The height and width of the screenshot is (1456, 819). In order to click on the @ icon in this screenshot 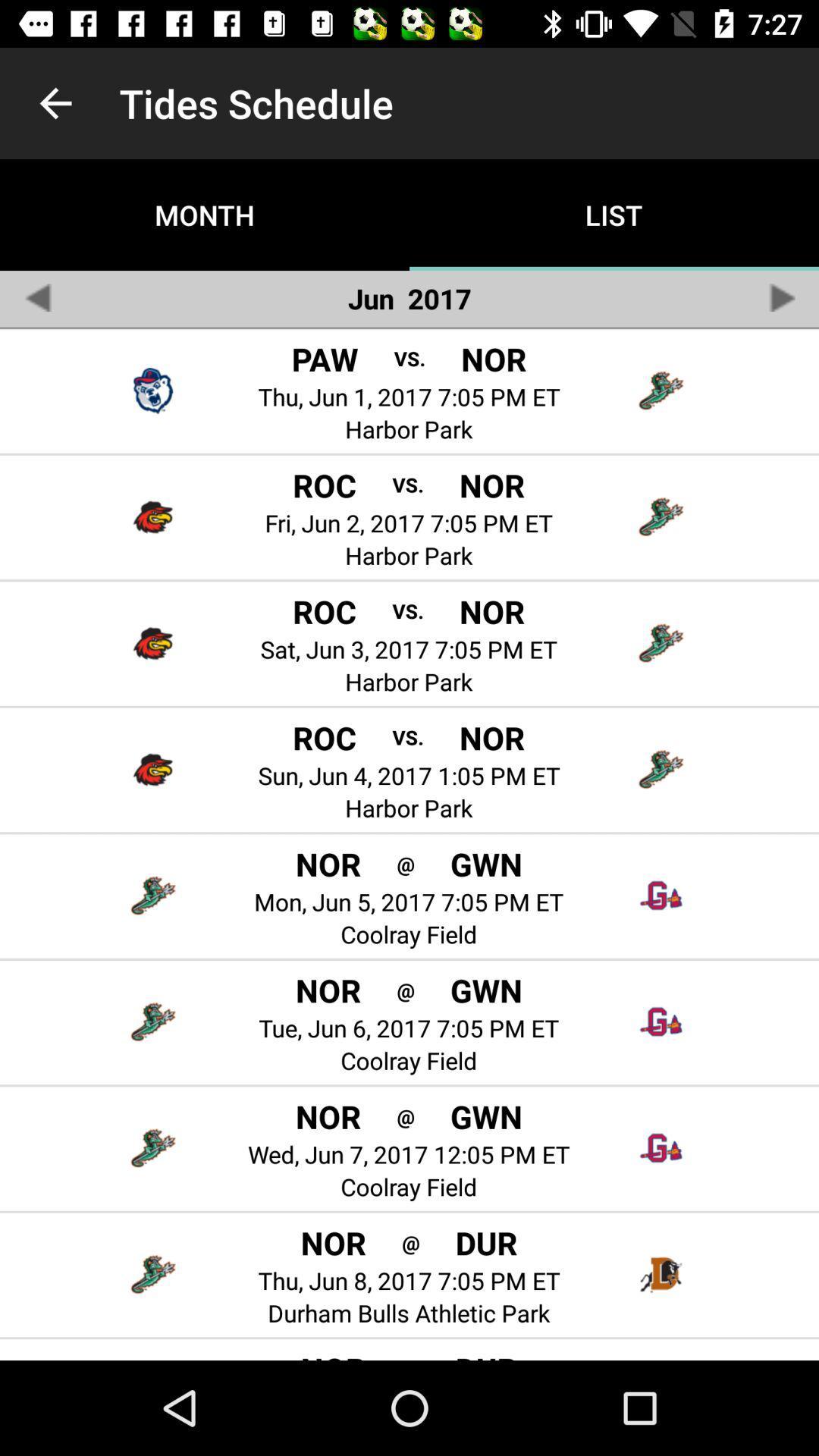, I will do `click(405, 1116)`.